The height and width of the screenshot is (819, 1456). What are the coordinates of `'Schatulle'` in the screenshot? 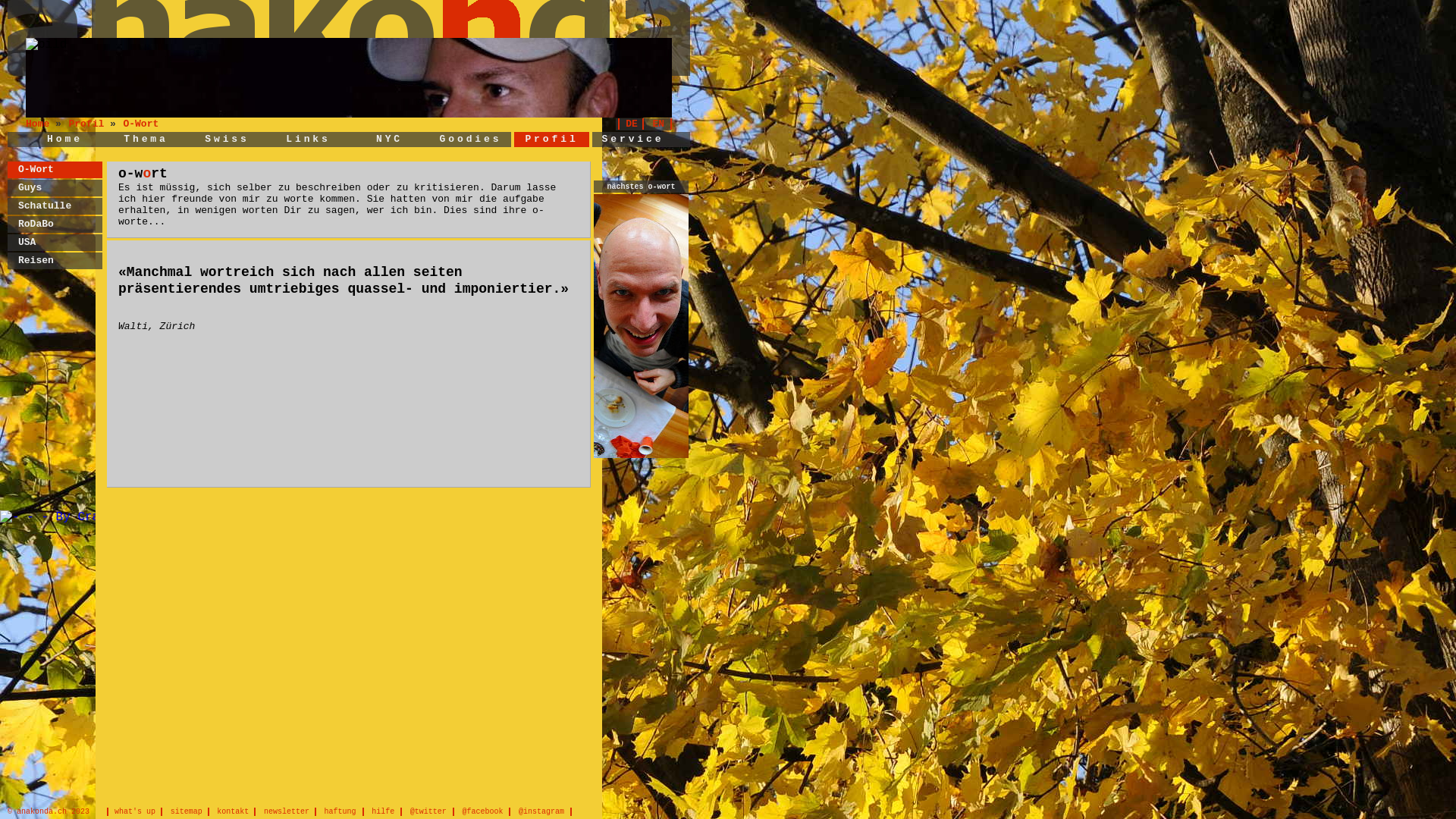 It's located at (44, 206).